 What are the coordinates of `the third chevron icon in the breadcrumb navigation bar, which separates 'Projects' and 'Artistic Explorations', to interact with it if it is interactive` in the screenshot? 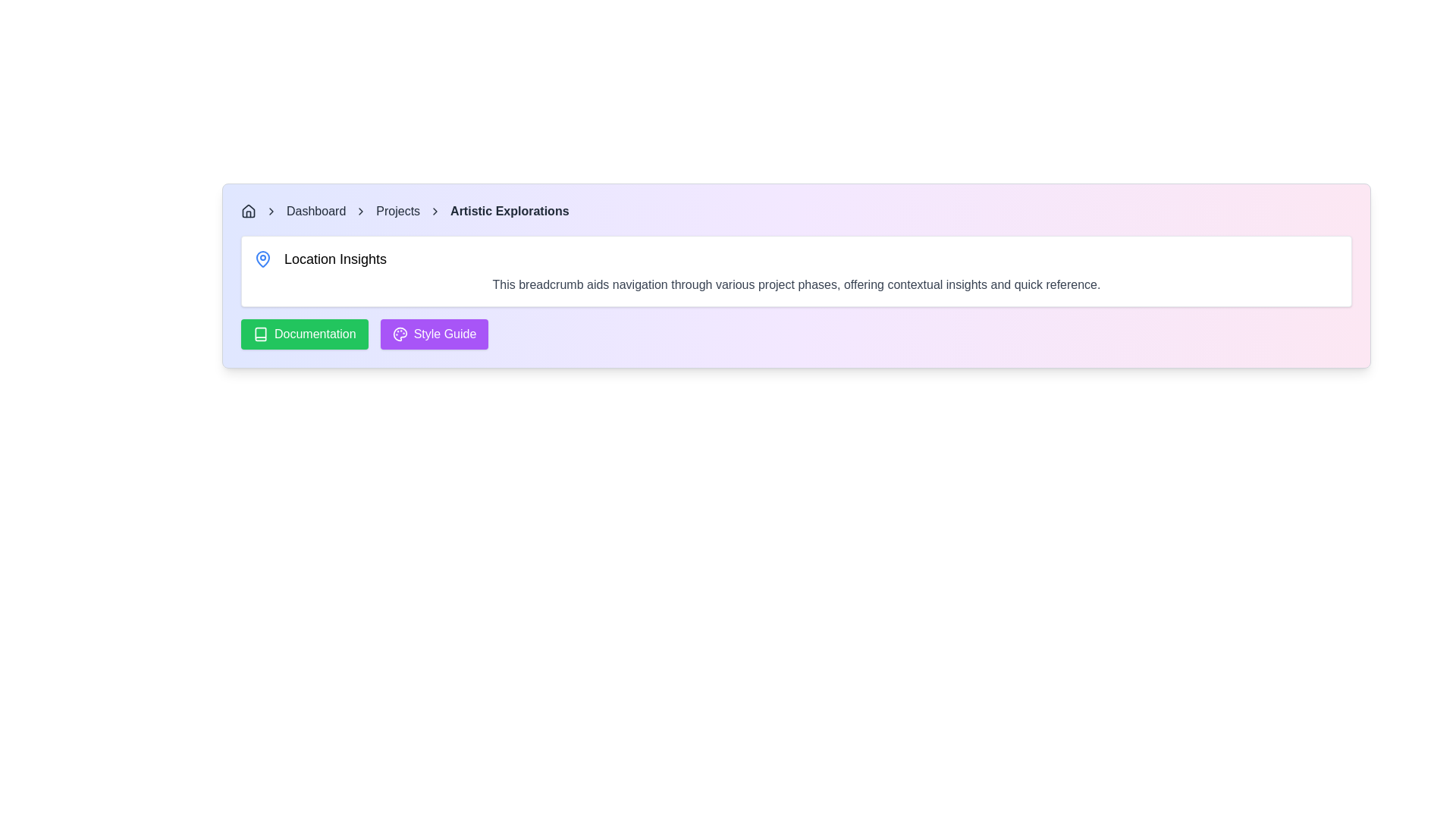 It's located at (435, 211).